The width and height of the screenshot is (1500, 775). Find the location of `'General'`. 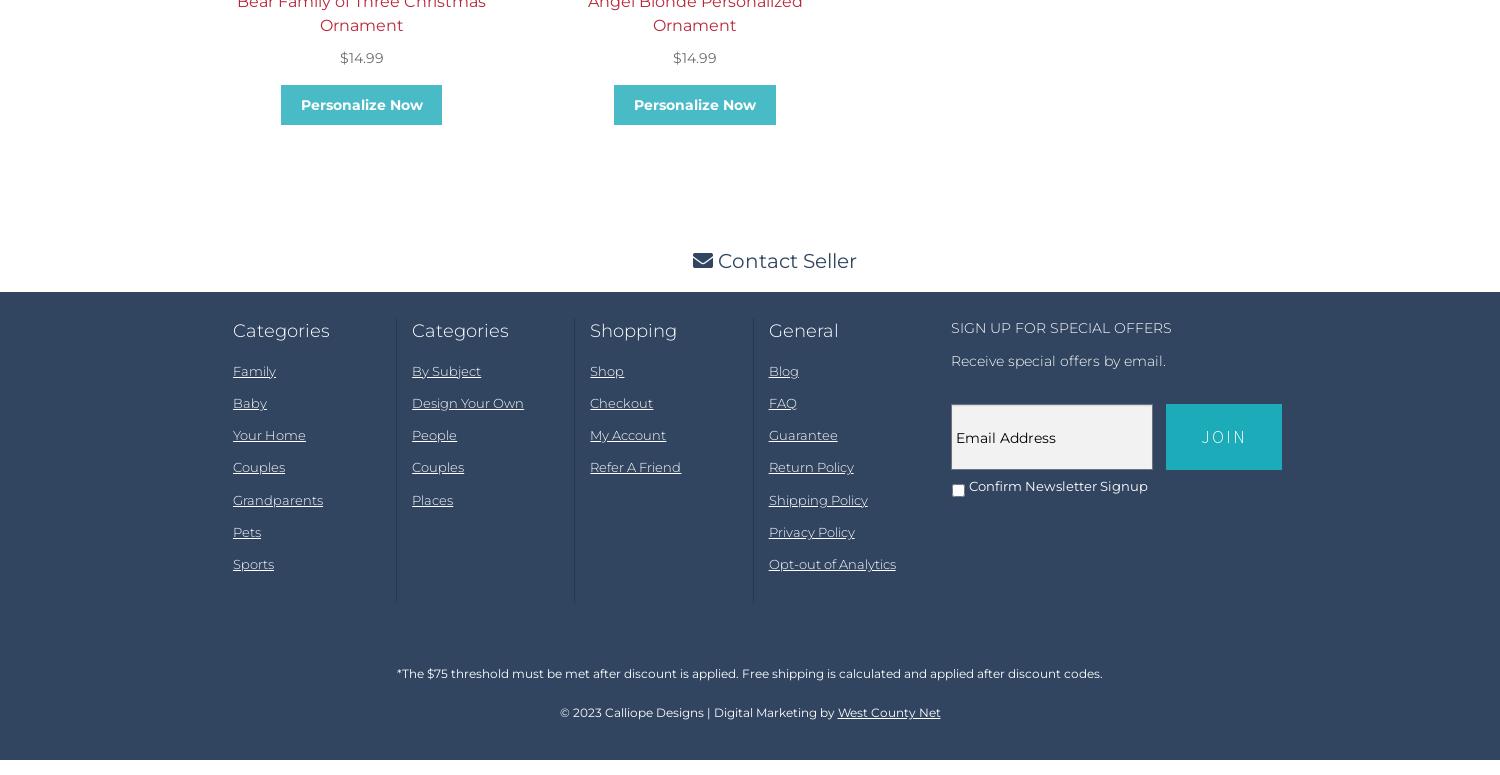

'General' is located at coordinates (802, 346).